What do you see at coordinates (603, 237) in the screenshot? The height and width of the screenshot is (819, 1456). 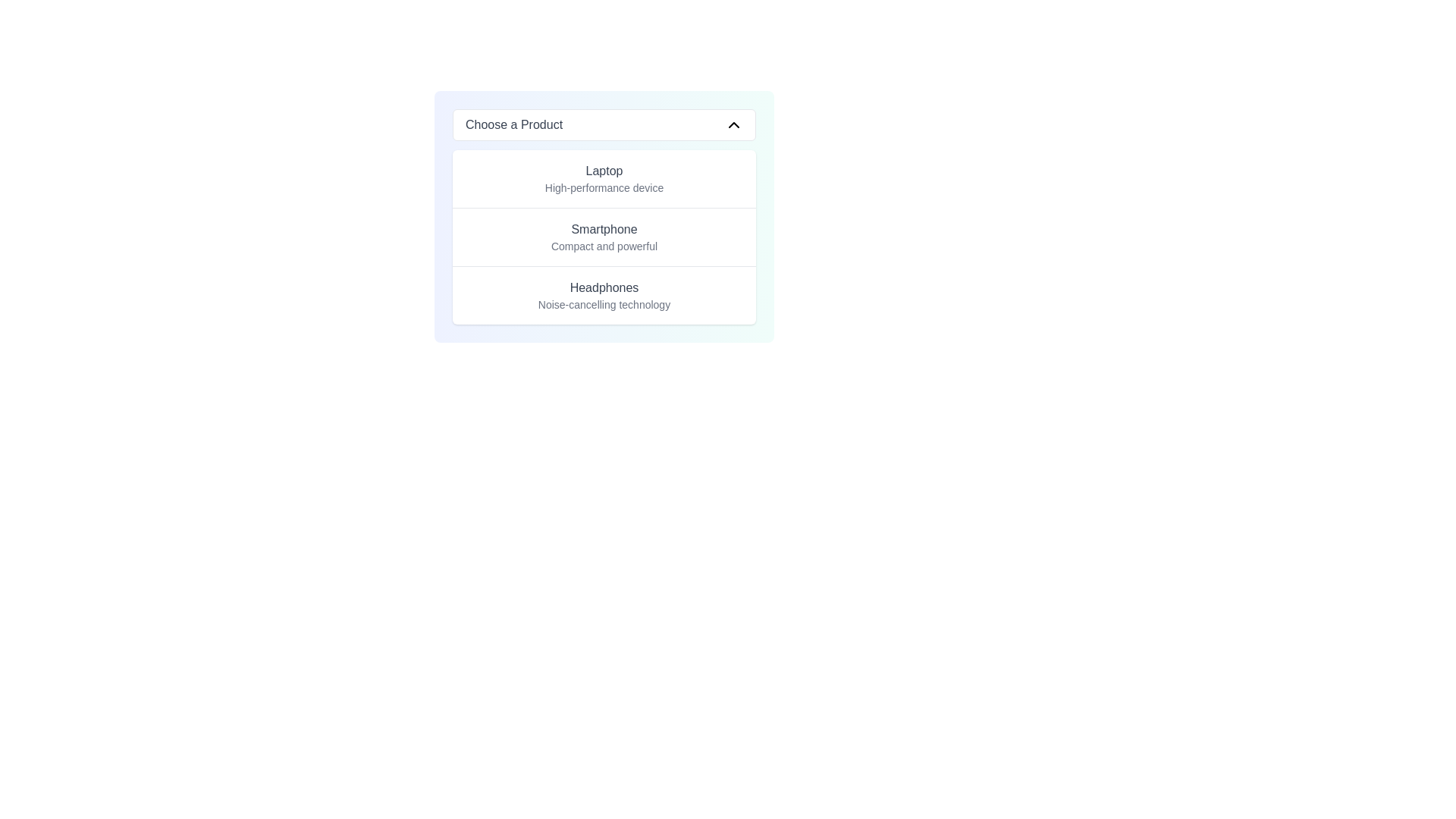 I see `the list item element that states 'Smartphone' and is located between 'Laptop' and 'Headphones' in the 'Choose a Product' list to navigate` at bounding box center [603, 237].